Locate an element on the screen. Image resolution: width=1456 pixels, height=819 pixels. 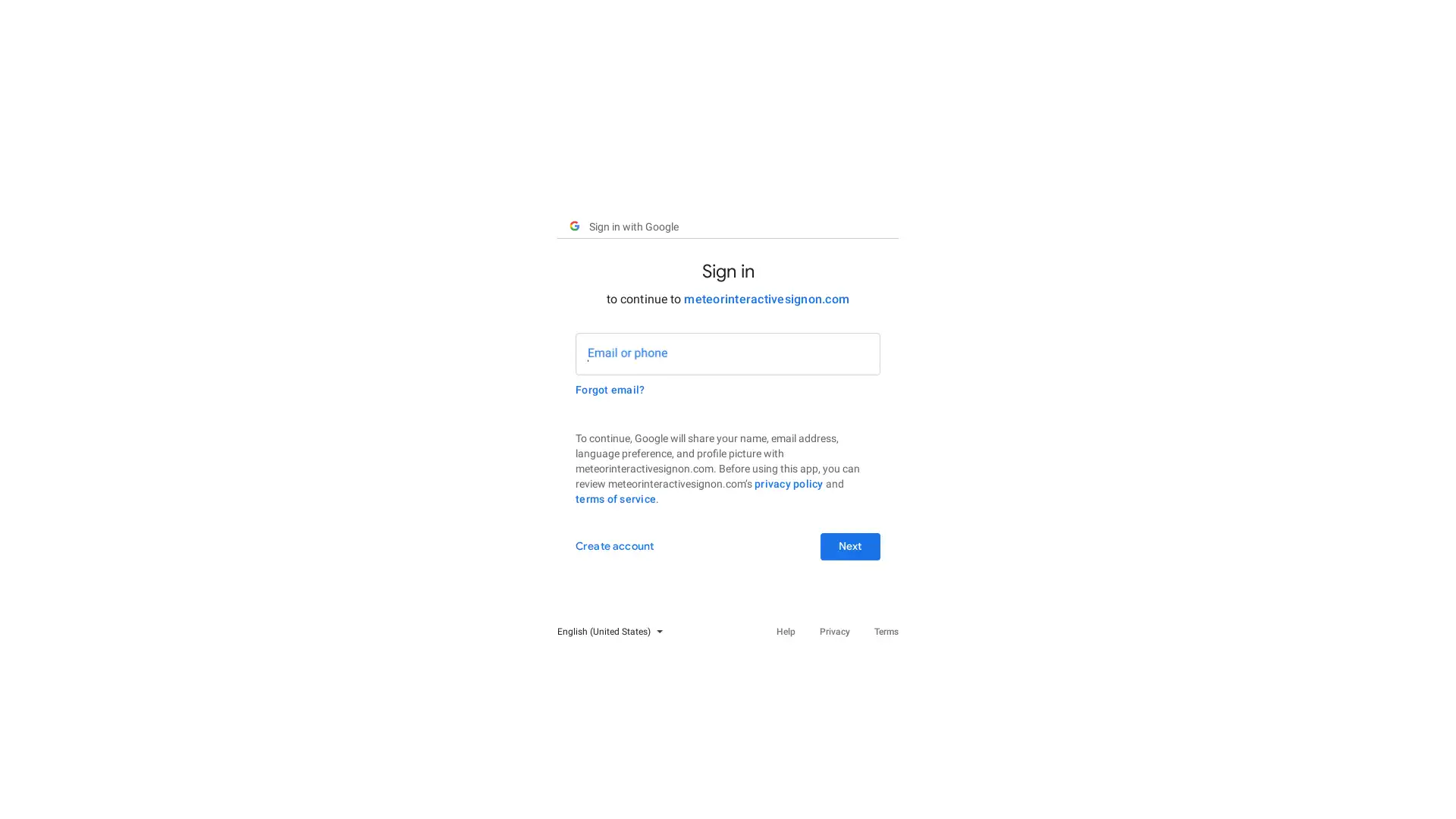
meteorinteractivesignon.com is located at coordinates (767, 307).